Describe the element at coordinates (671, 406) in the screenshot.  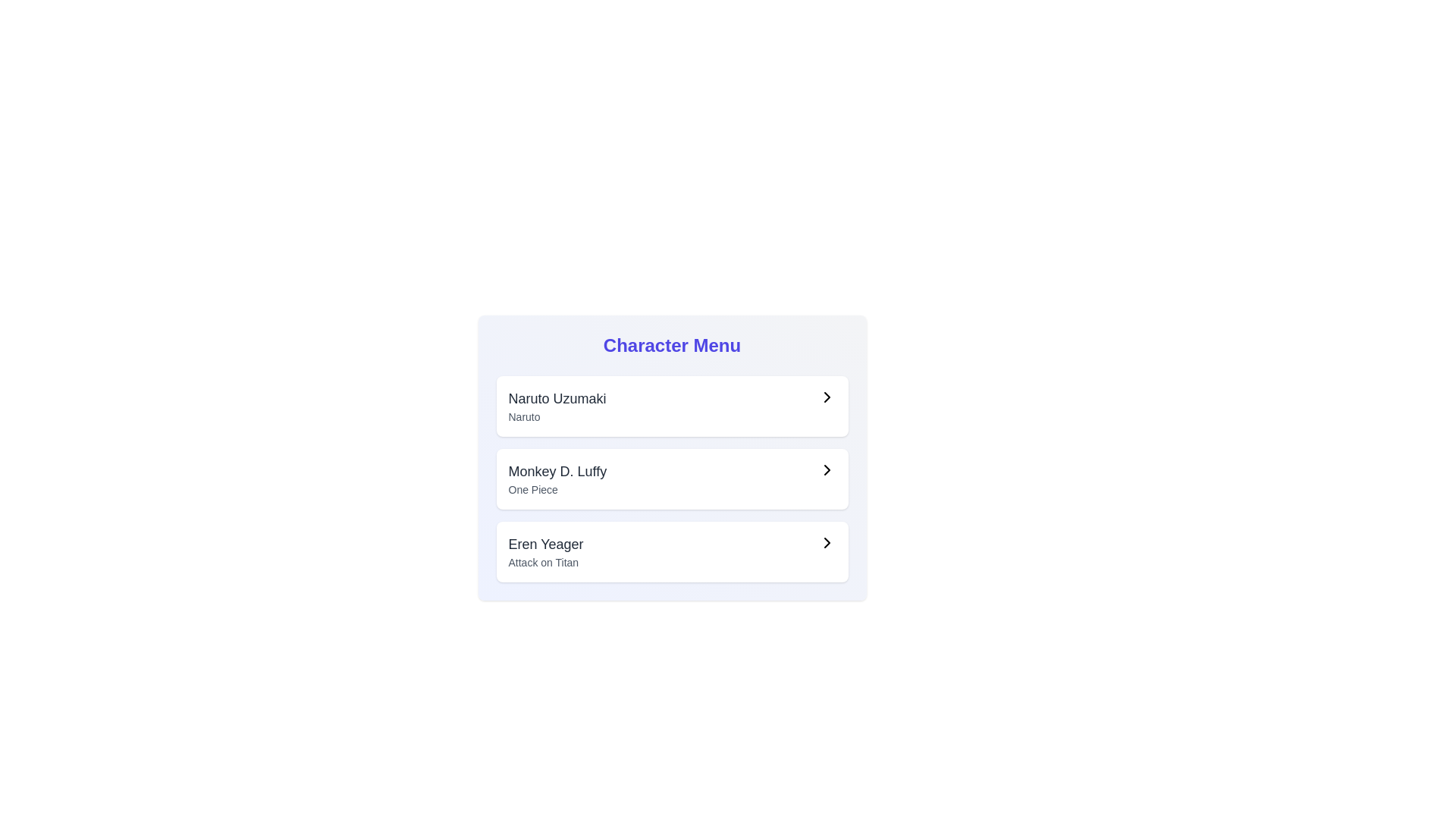
I see `the first selectable option in the 'Character Menu'` at that location.